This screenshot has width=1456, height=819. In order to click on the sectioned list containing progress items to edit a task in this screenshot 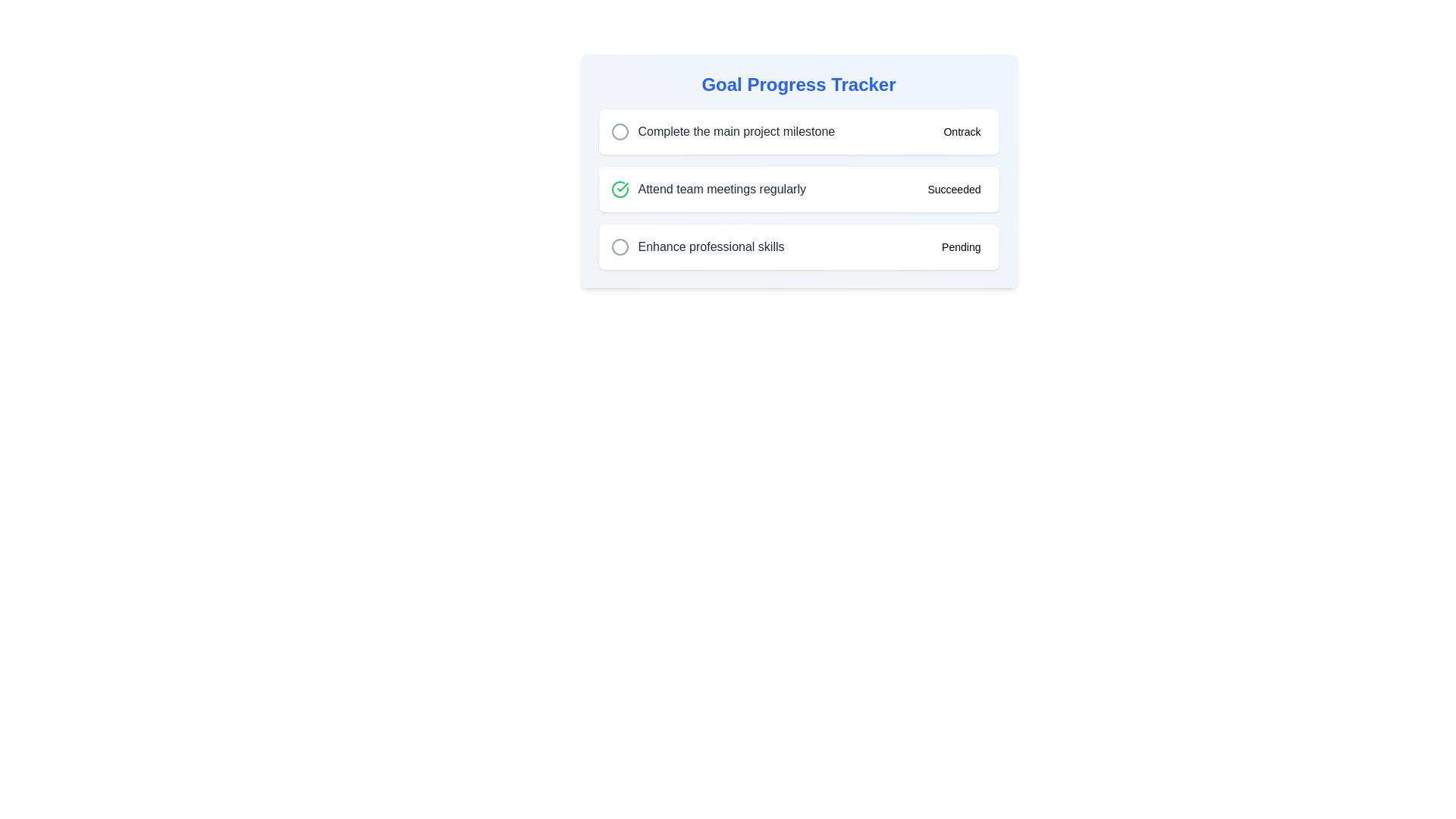, I will do `click(798, 189)`.